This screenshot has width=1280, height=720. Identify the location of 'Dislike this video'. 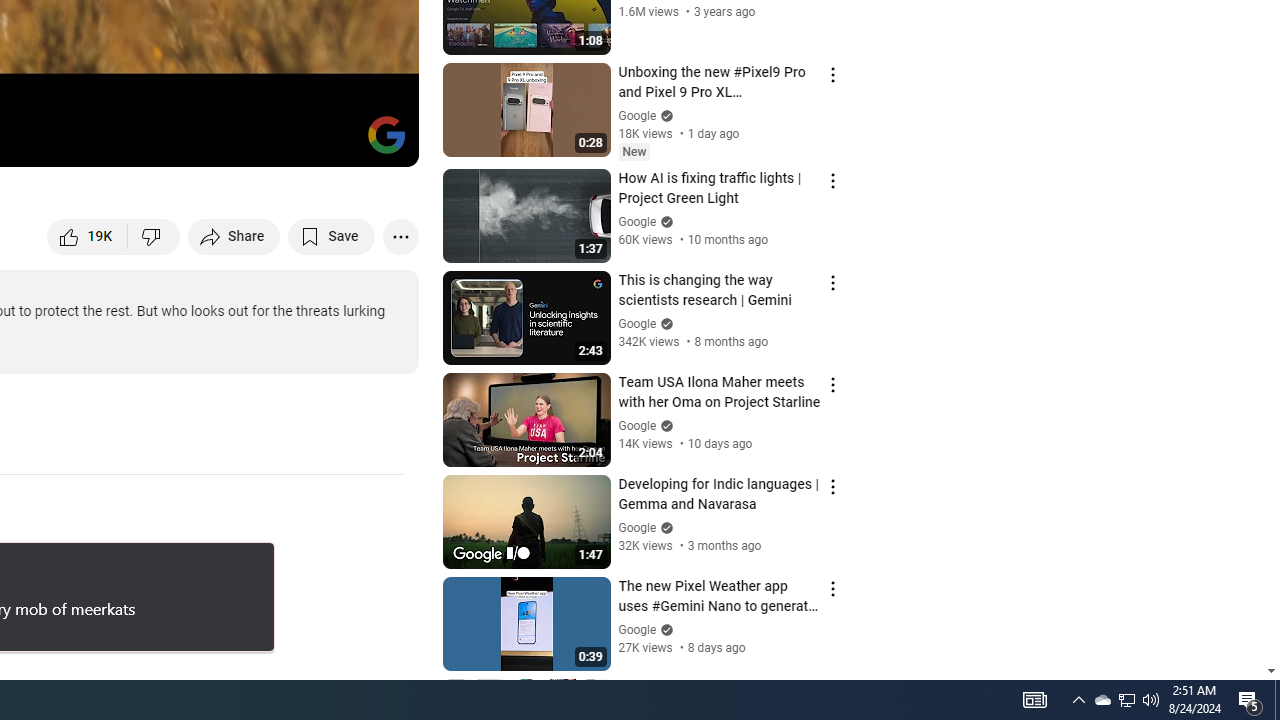
(153, 235).